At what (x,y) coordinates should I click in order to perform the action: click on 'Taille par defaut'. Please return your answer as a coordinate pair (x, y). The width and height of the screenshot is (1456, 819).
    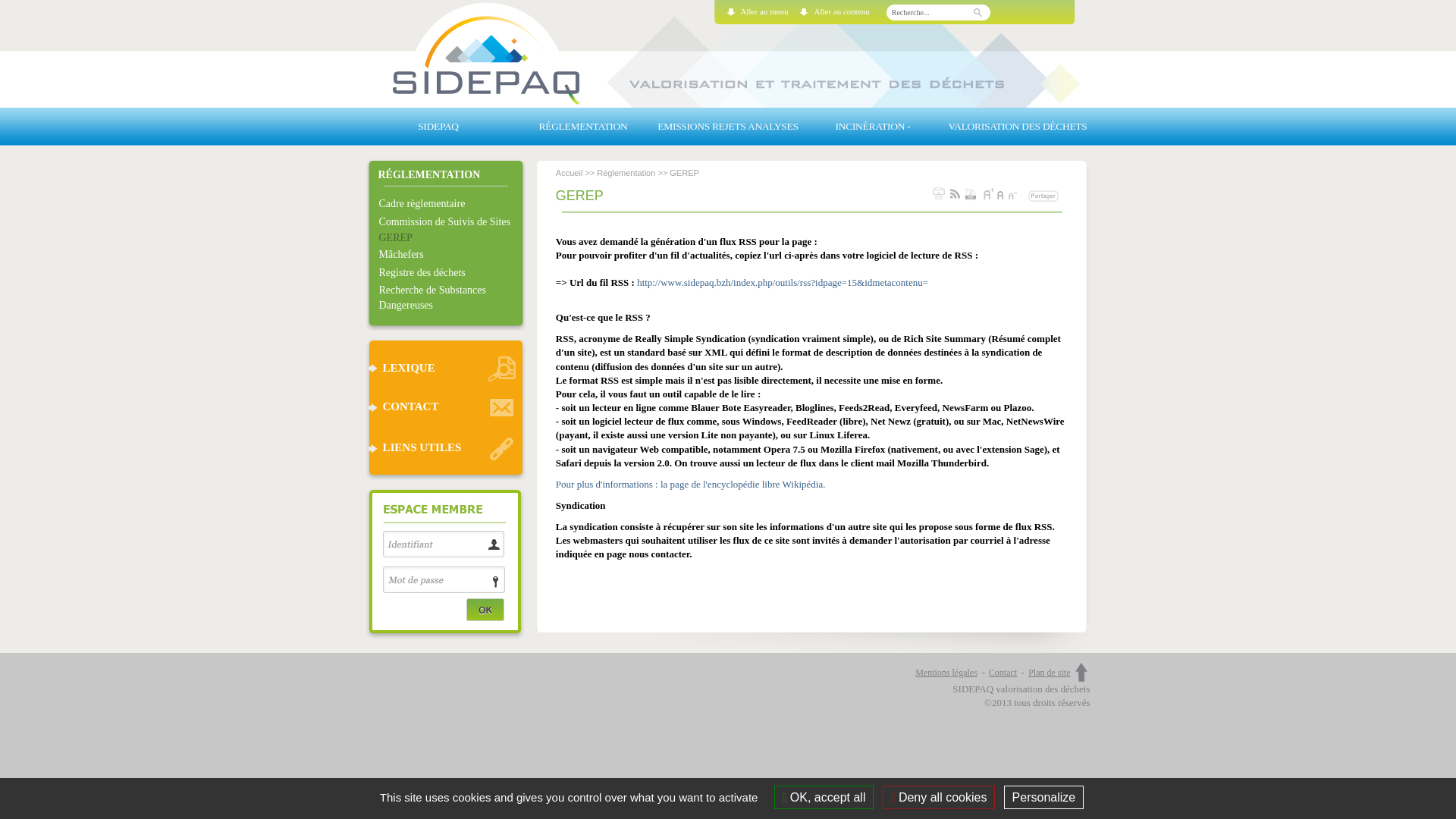
    Looking at the image, I should click on (1001, 192).